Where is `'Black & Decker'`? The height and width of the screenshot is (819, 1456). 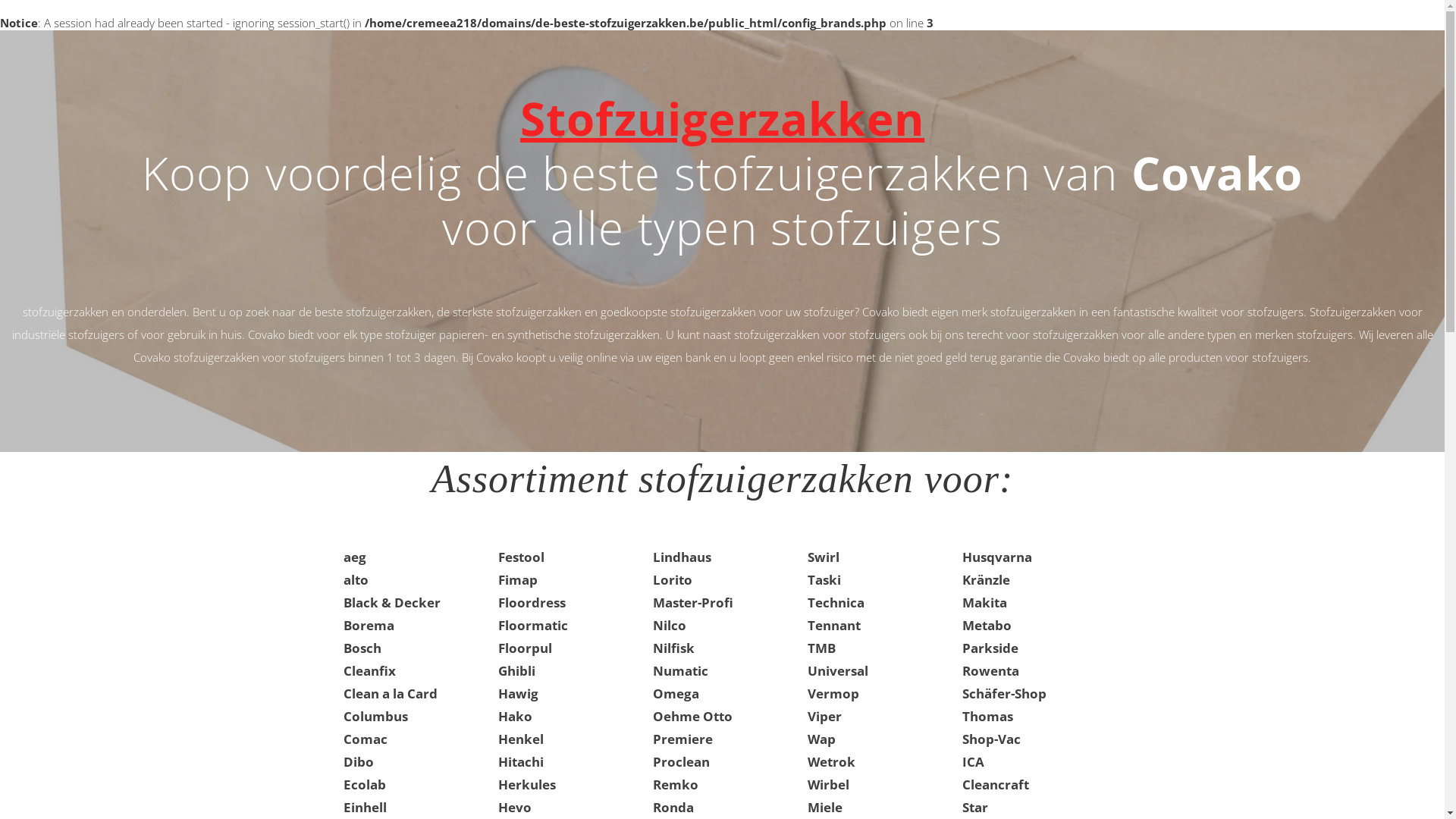 'Black & Decker' is located at coordinates (391, 601).